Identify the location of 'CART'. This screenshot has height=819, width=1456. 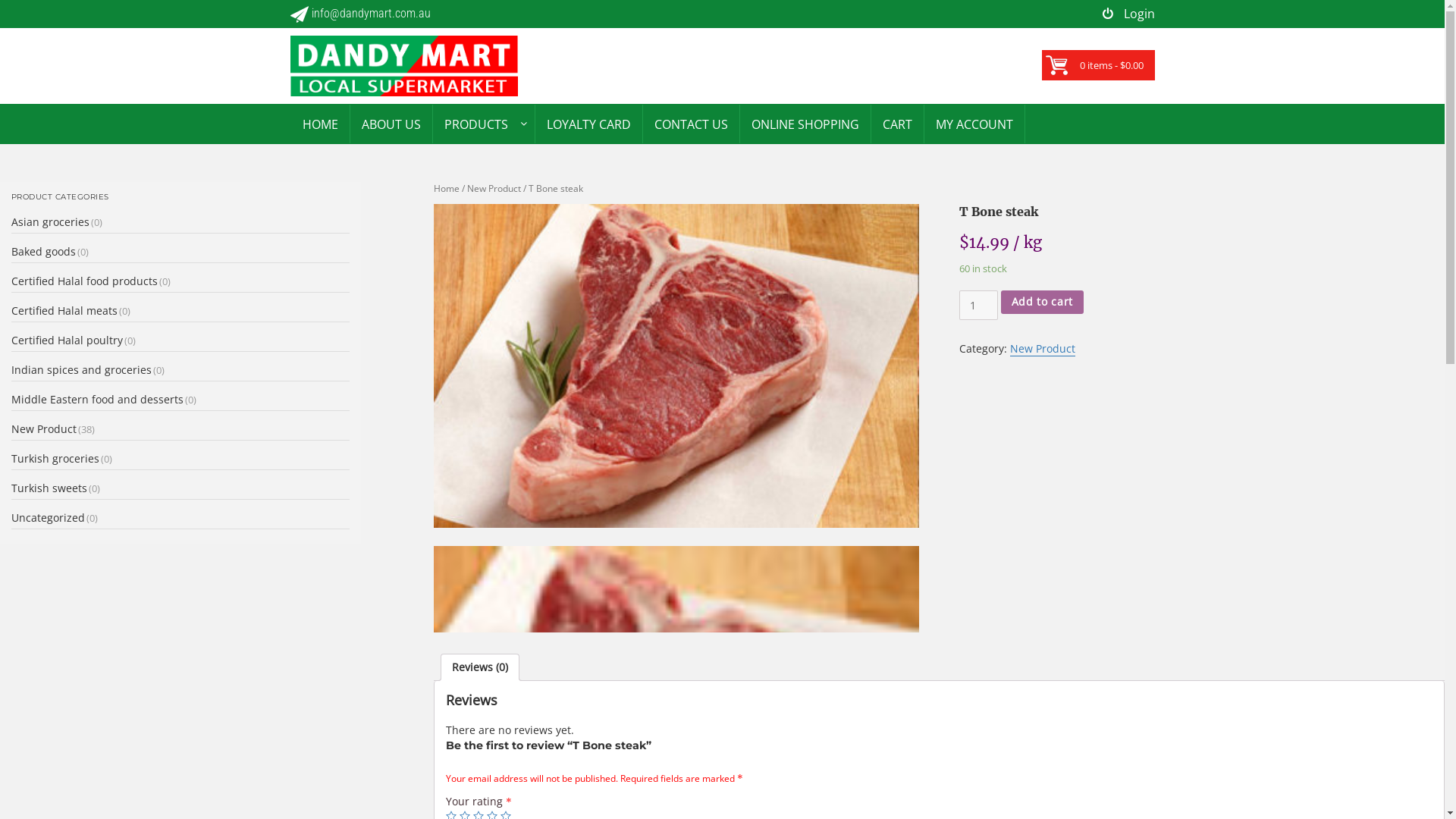
(896, 123).